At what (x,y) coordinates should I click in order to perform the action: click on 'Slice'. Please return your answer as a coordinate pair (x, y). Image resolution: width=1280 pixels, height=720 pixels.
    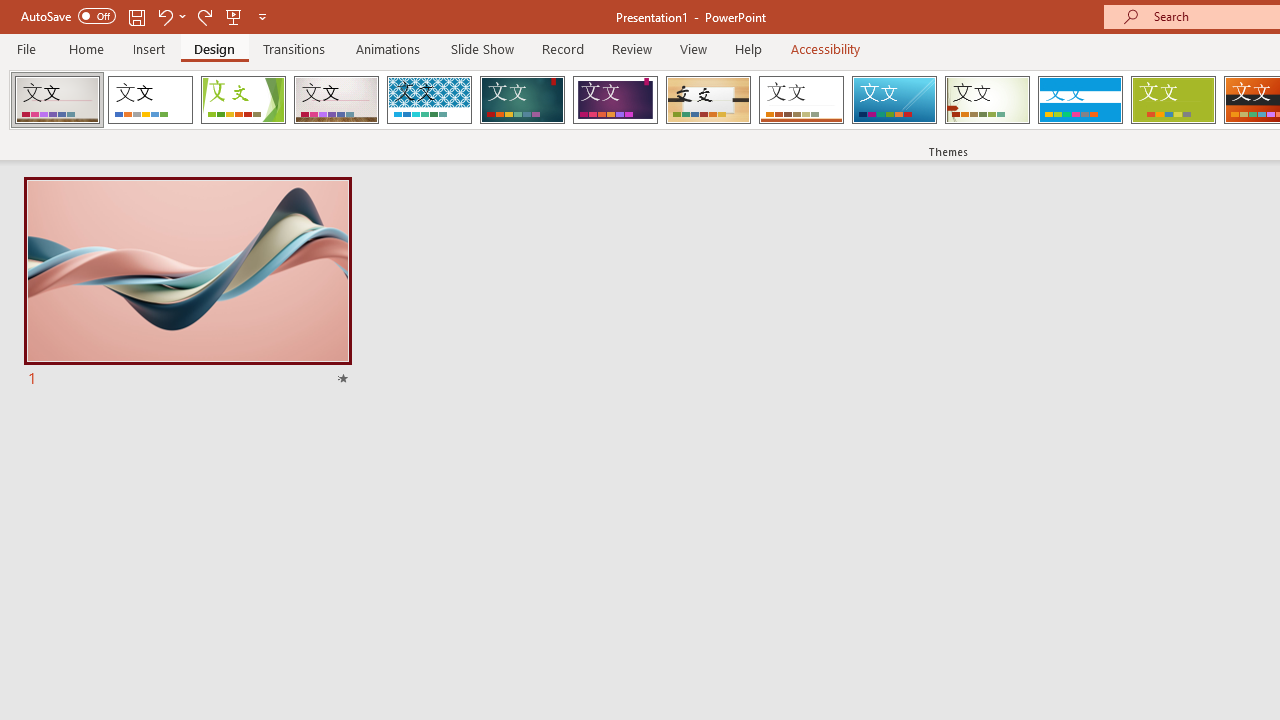
    Looking at the image, I should click on (893, 100).